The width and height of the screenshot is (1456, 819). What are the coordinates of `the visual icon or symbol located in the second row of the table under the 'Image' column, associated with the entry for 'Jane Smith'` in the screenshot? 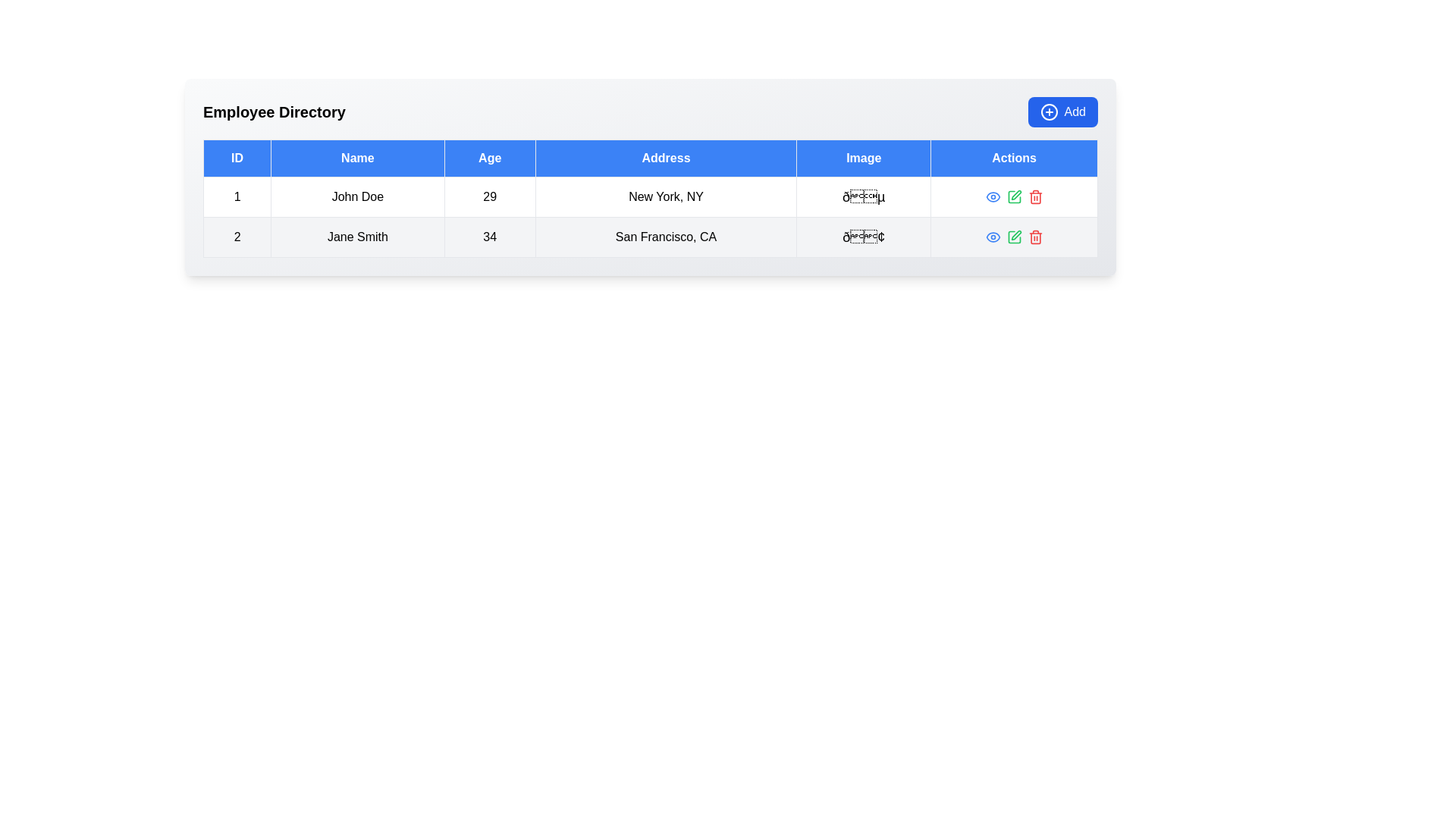 It's located at (864, 237).